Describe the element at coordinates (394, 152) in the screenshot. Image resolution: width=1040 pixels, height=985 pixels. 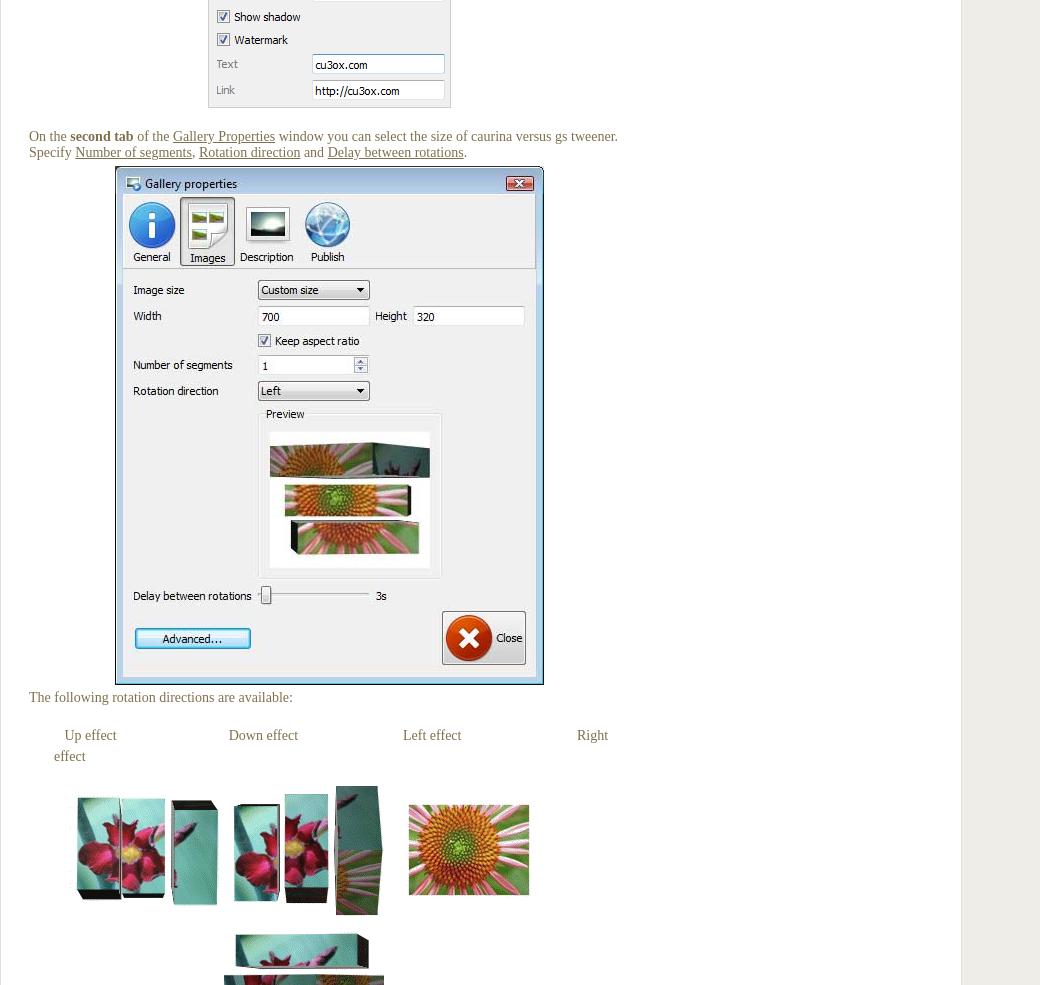
I see `'Delay between rotations'` at that location.